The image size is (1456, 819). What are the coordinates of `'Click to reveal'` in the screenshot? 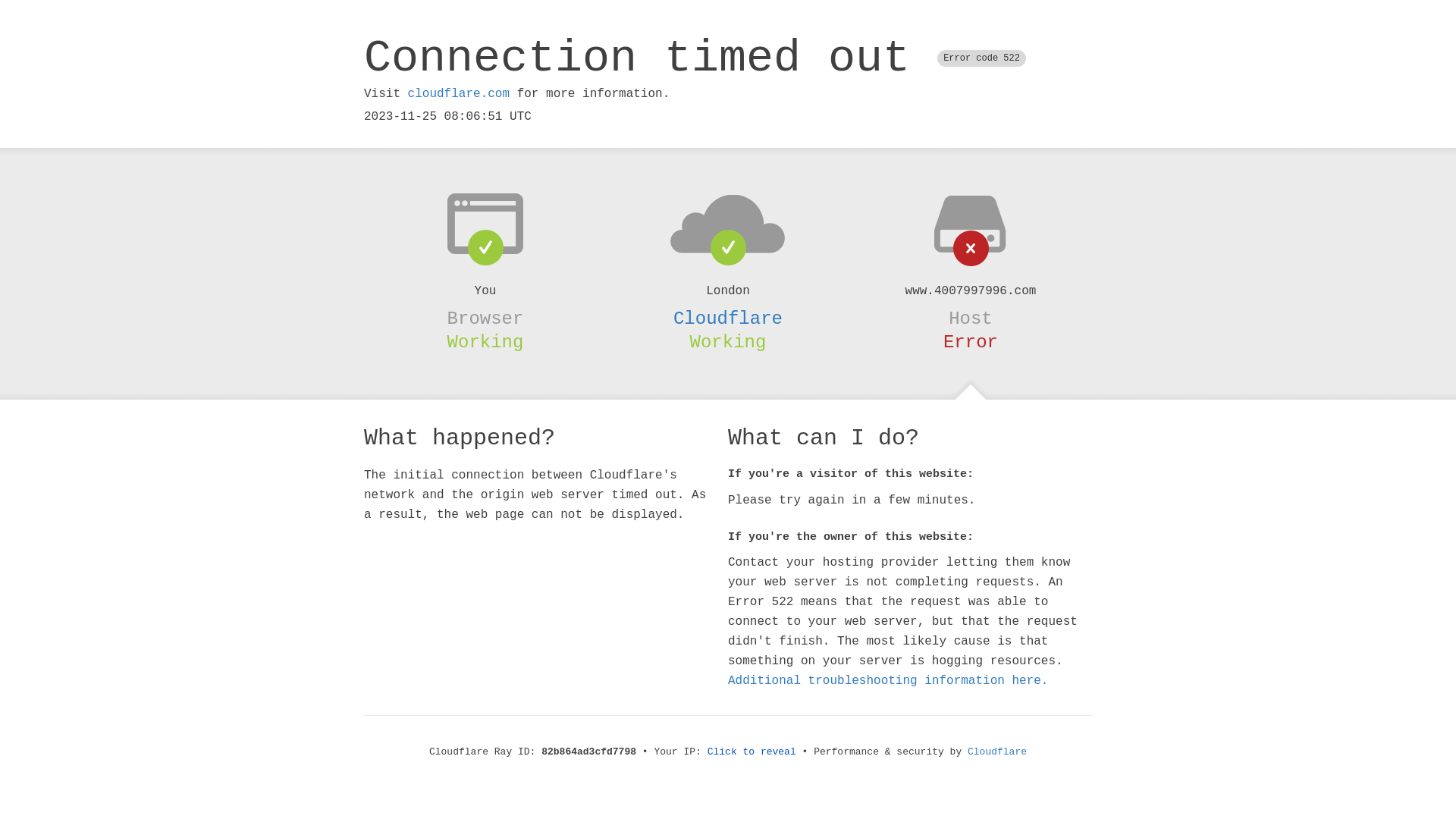 It's located at (752, 752).